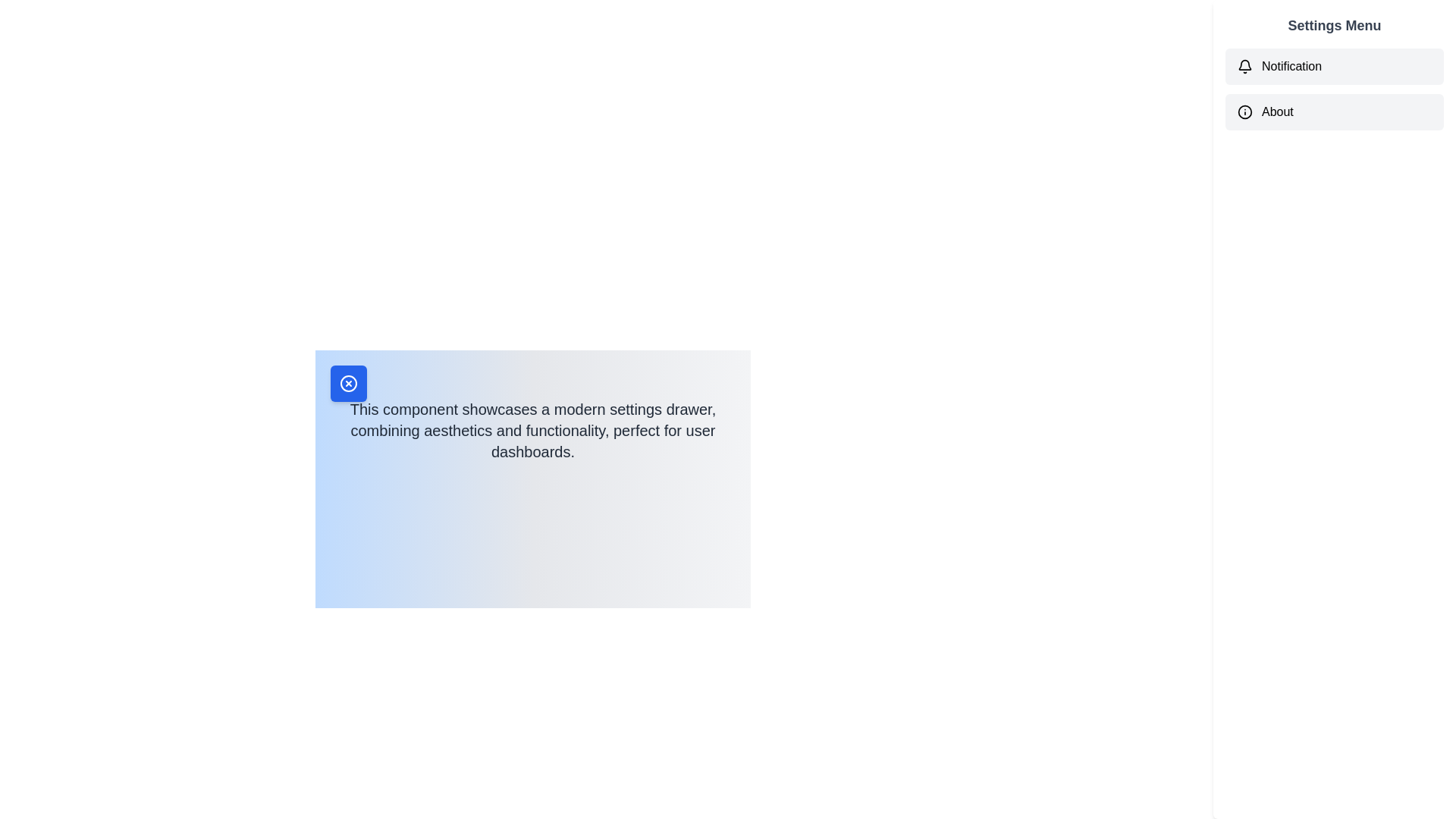  What do you see at coordinates (348, 382) in the screenshot?
I see `the circular icon with a cross inside it, which is styled with a modern design and located in the top-left corner of a rectangular card` at bounding box center [348, 382].